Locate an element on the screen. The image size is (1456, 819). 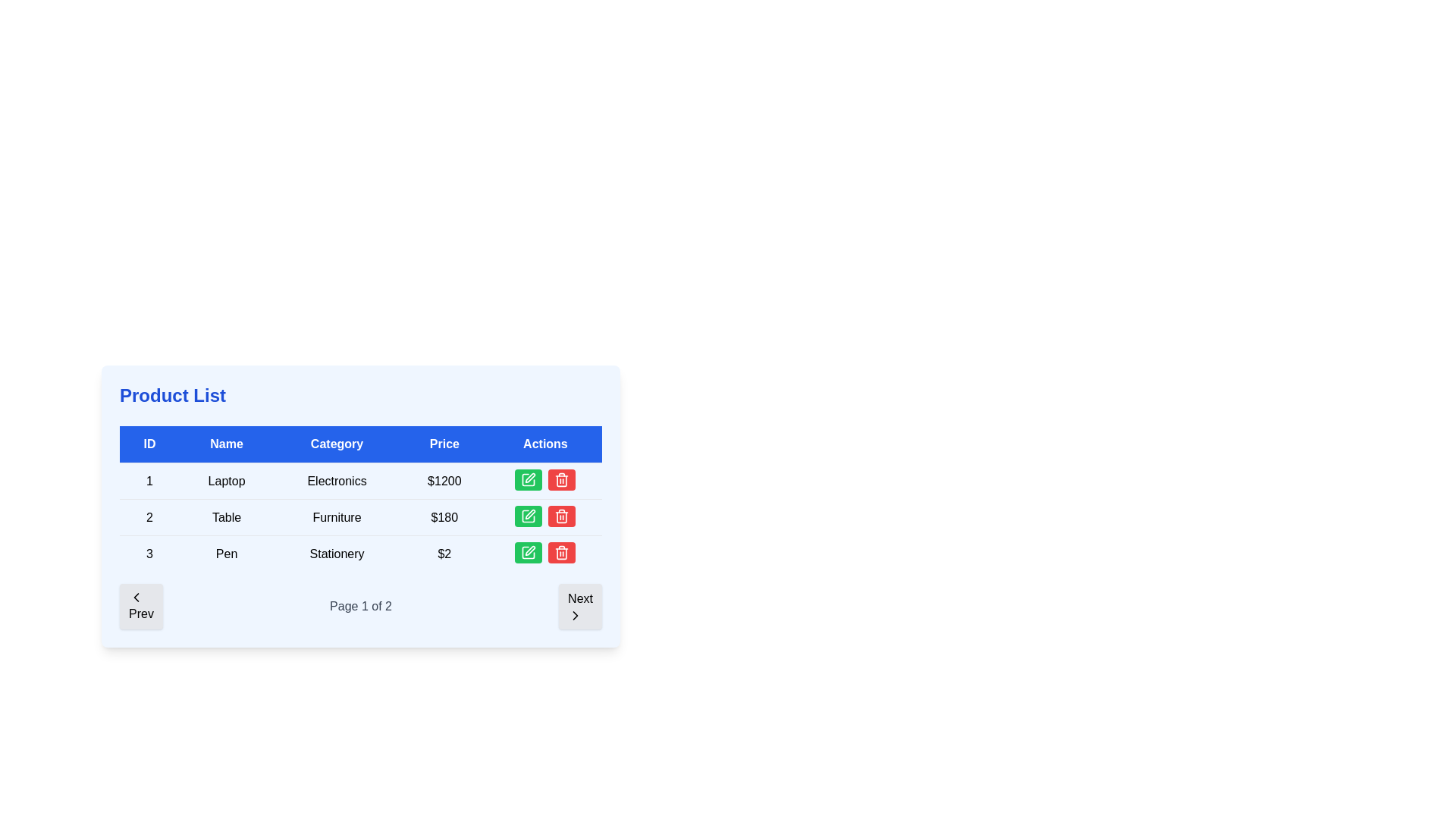
the green pen icon inside the first button of the 'Actions' column in the third row of the table is located at coordinates (529, 553).